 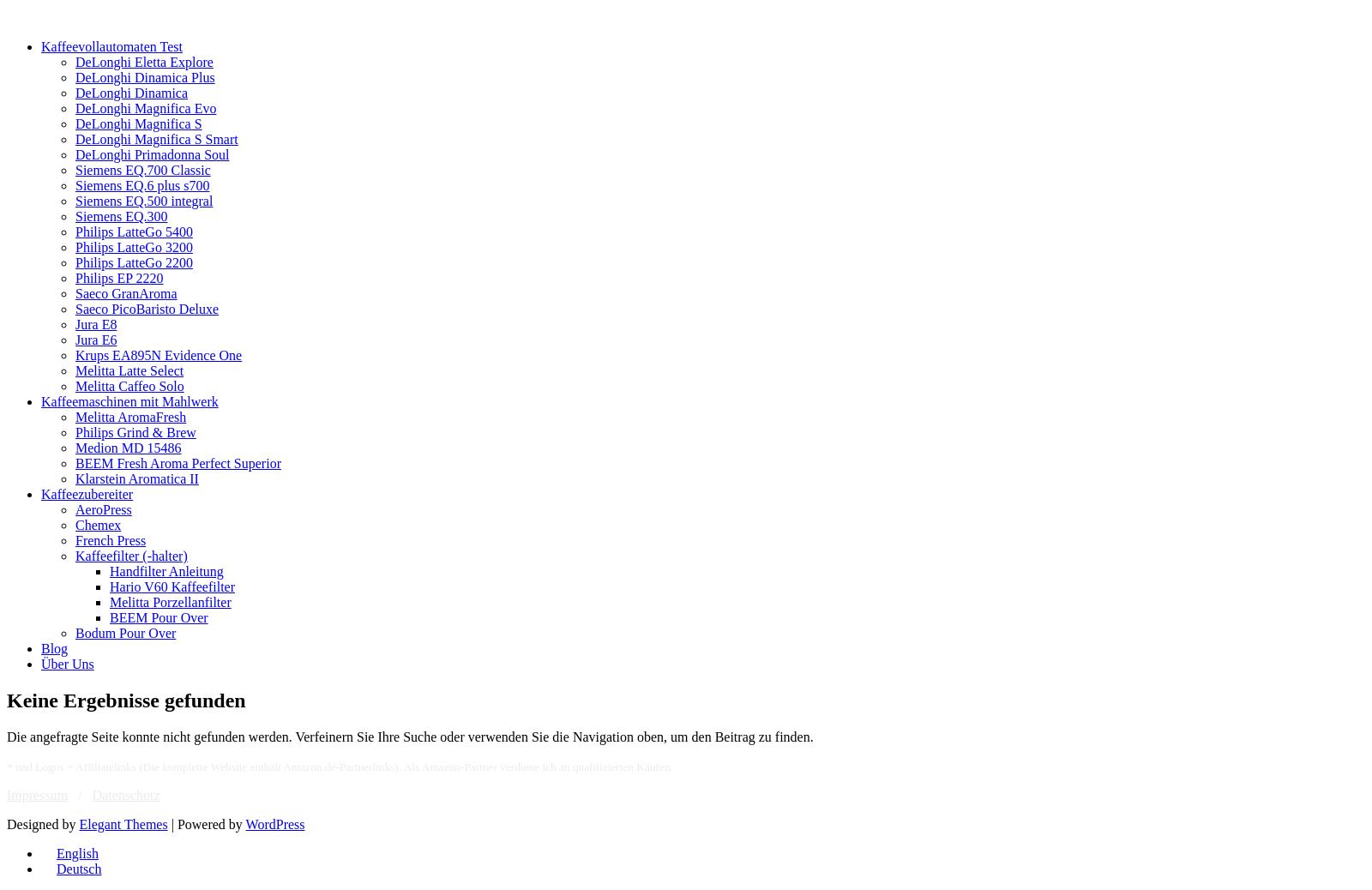 What do you see at coordinates (109, 570) in the screenshot?
I see `'Handfilter Anleitung'` at bounding box center [109, 570].